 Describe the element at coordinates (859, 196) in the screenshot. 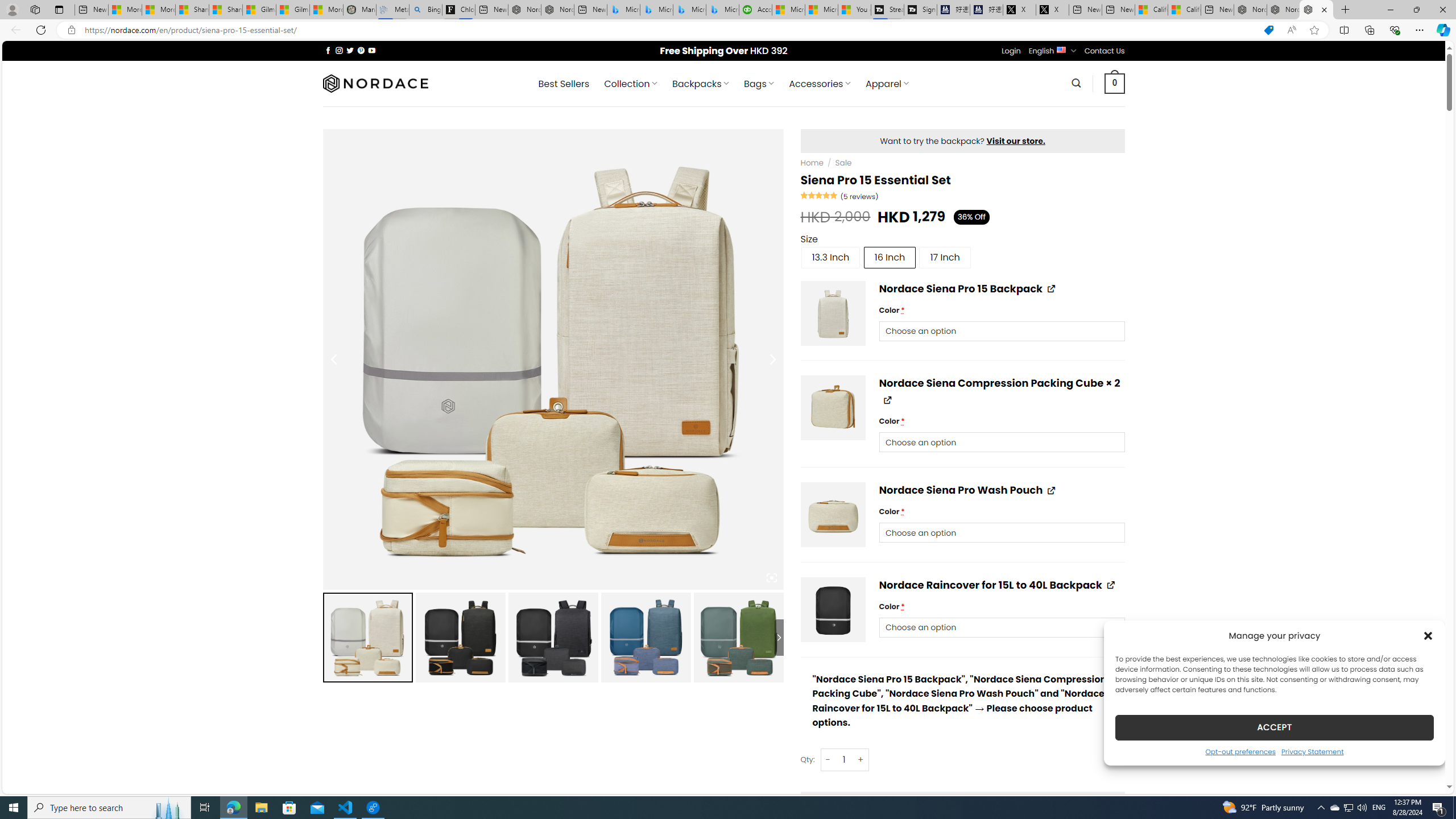

I see `'(5 reviews)'` at that location.